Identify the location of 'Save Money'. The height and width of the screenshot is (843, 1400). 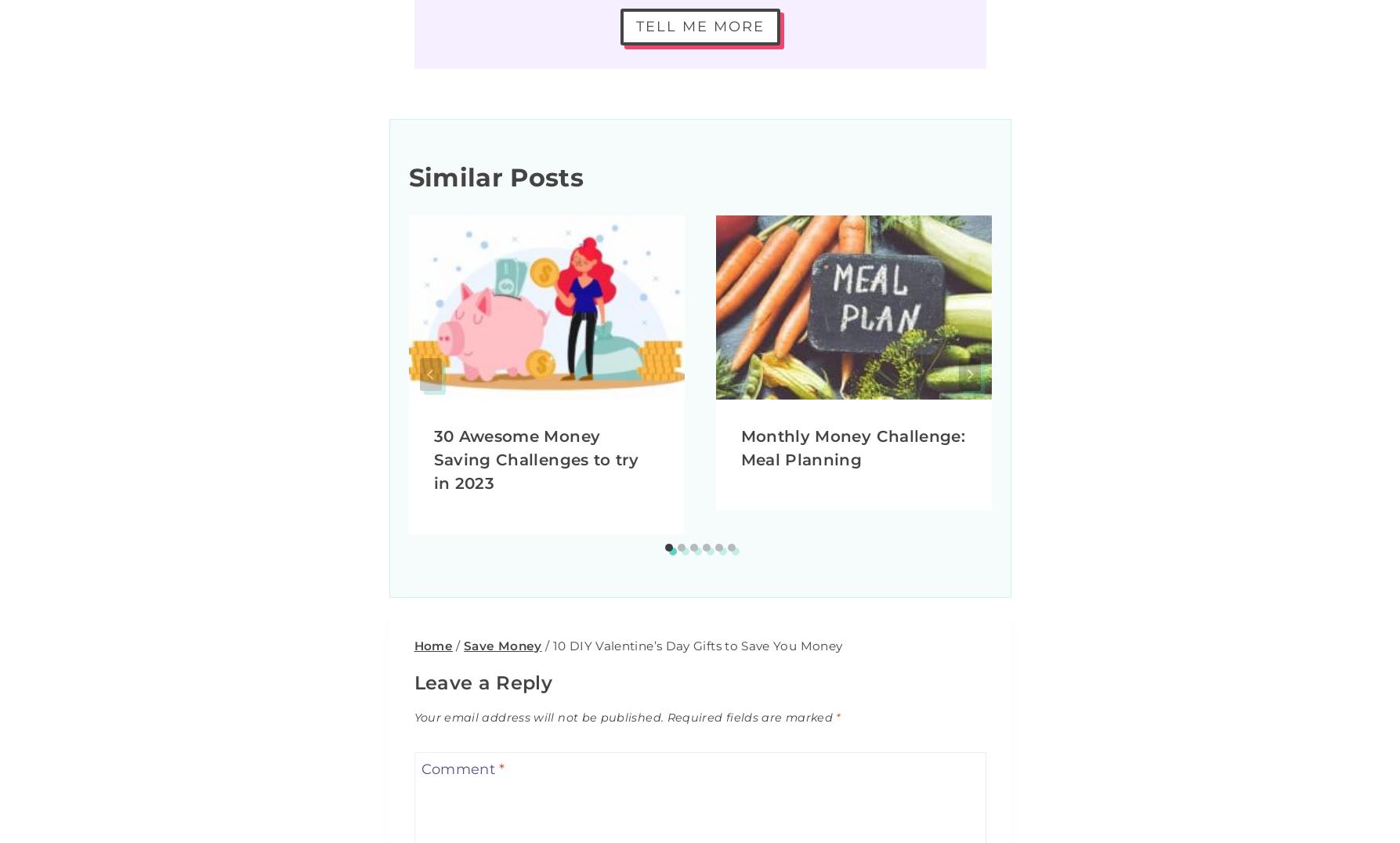
(501, 644).